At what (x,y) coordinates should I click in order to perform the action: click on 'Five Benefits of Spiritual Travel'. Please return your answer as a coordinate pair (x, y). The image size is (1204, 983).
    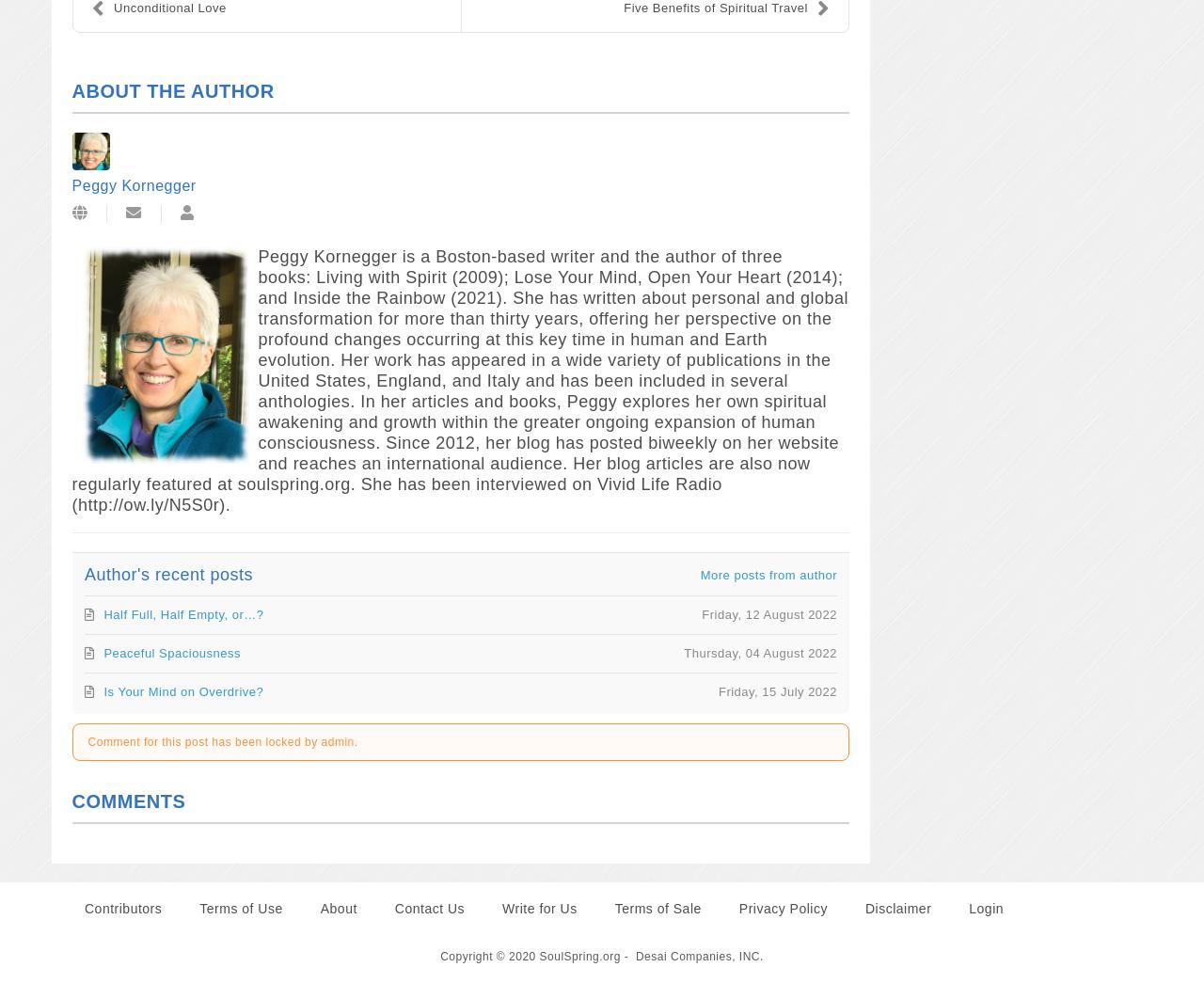
    Looking at the image, I should click on (624, 7).